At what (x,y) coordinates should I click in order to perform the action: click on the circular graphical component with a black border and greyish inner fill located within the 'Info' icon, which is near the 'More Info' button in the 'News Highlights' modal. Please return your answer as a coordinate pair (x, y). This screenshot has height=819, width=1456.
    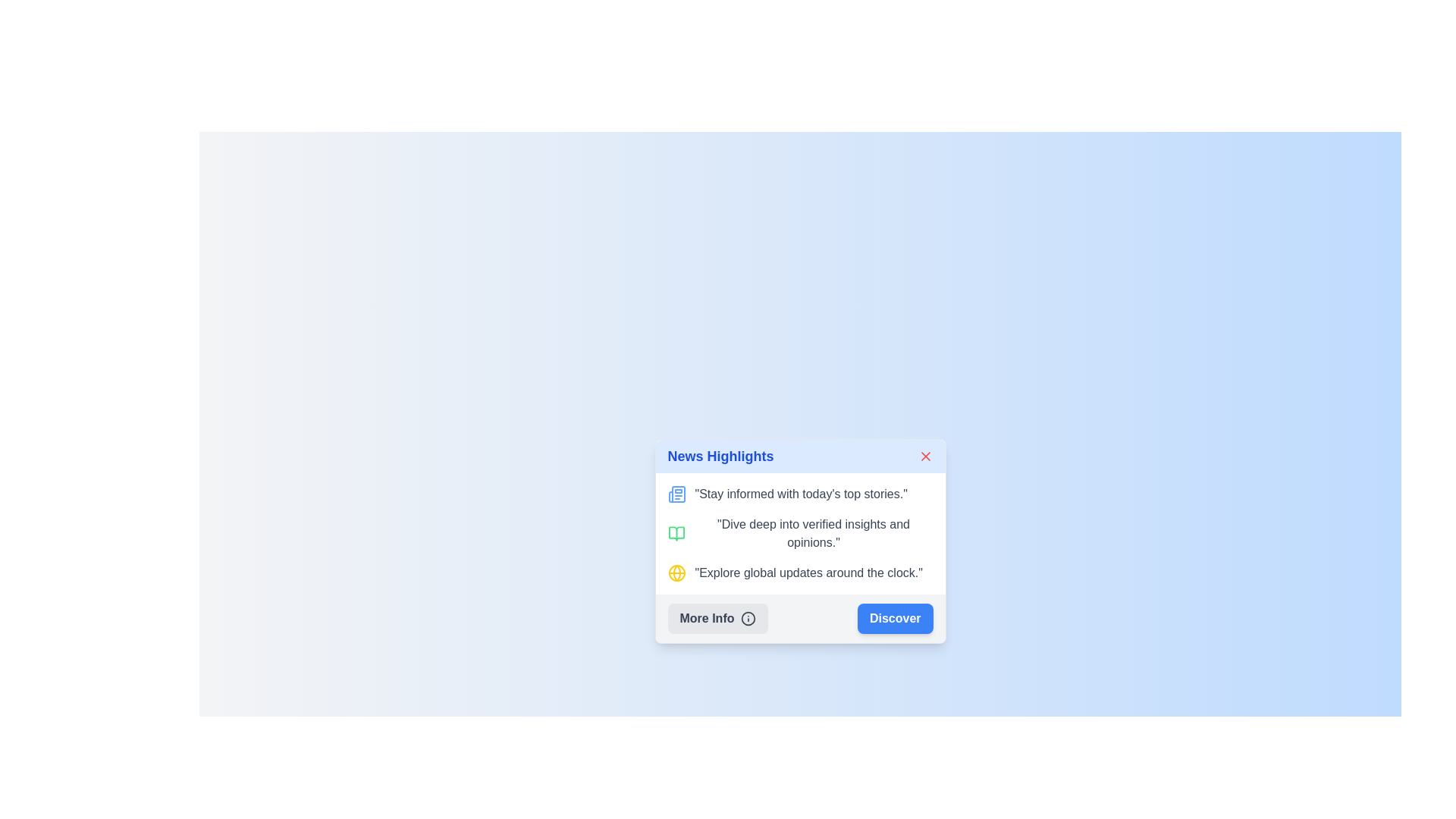
    Looking at the image, I should click on (748, 619).